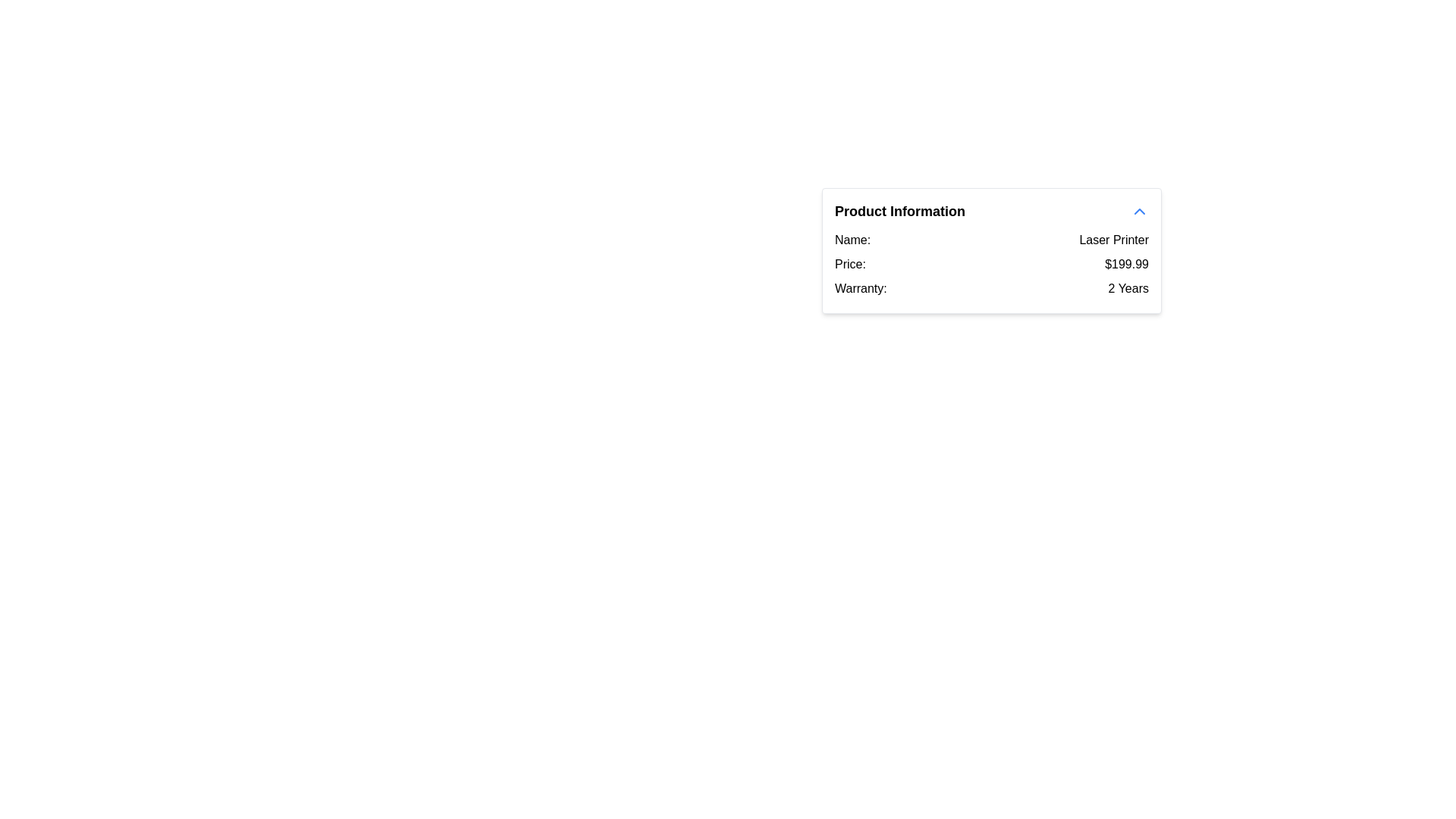 Image resolution: width=1456 pixels, height=819 pixels. Describe the element at coordinates (1139, 211) in the screenshot. I see `the blue chevron-up icon located in the top-right corner of the product information section` at that location.